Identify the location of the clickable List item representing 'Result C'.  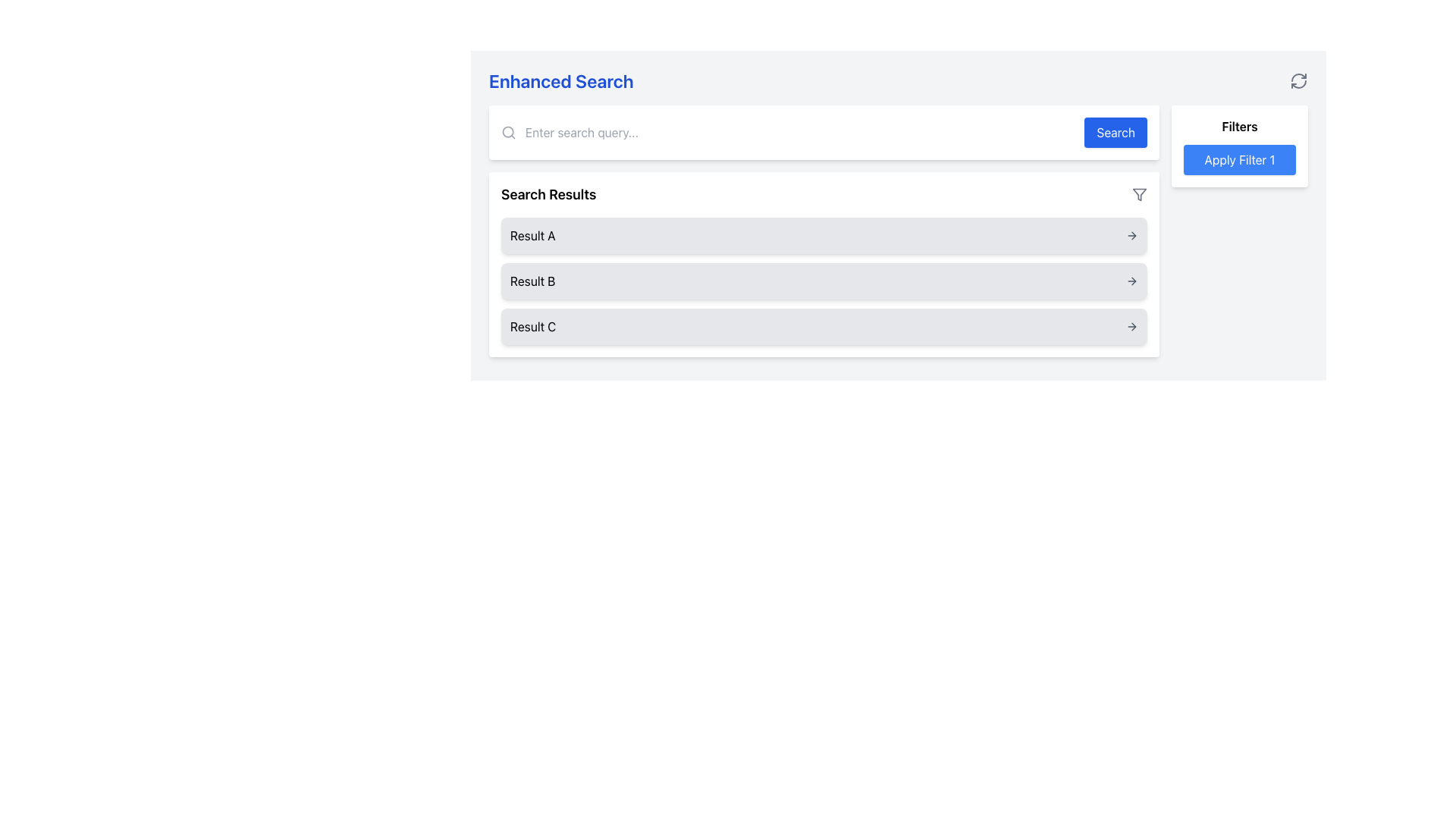
(823, 326).